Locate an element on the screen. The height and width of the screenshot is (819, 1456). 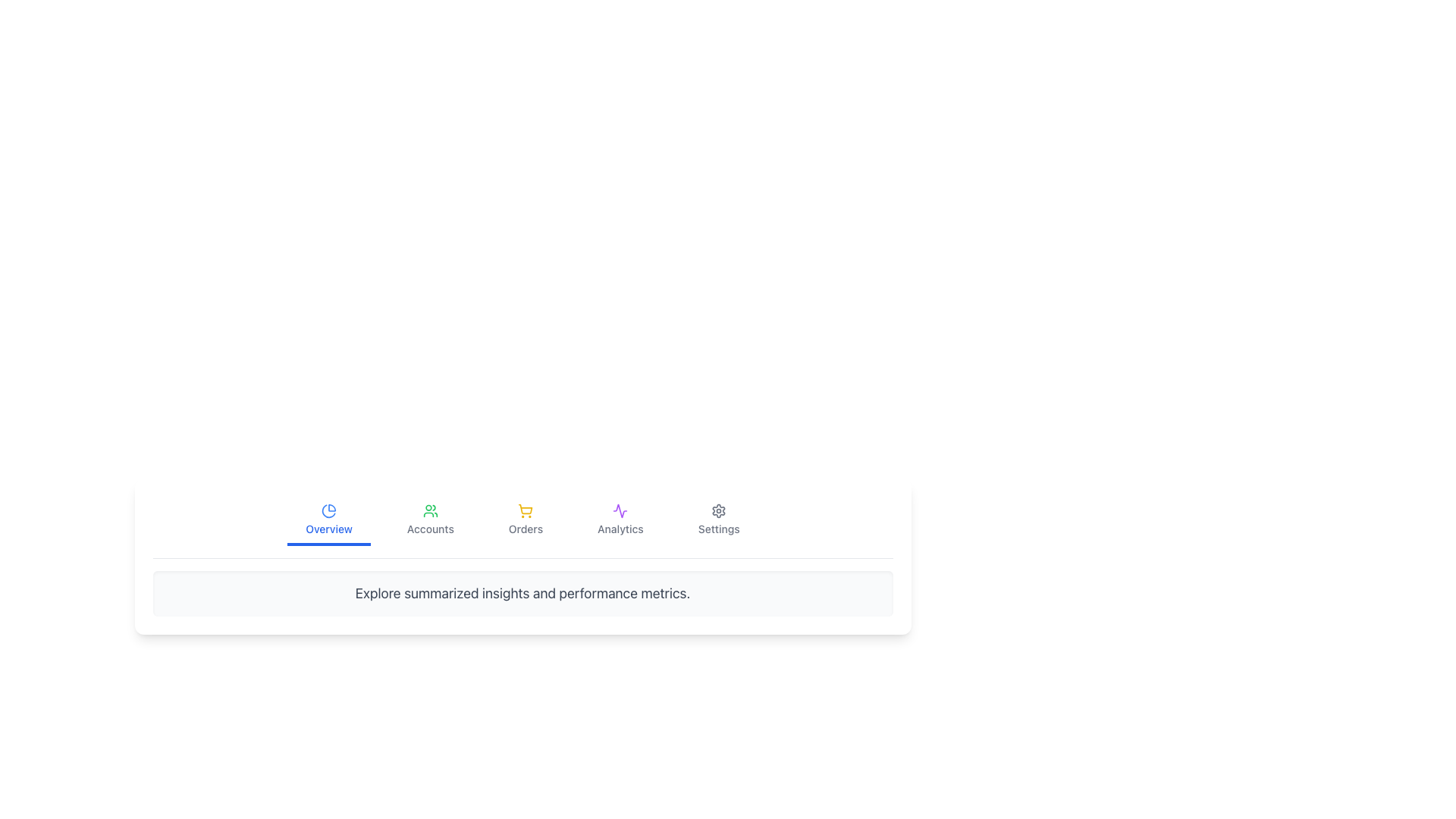
the settings icon located in the navigation menu adjacent to the text label 'Settings' is located at coordinates (718, 511).